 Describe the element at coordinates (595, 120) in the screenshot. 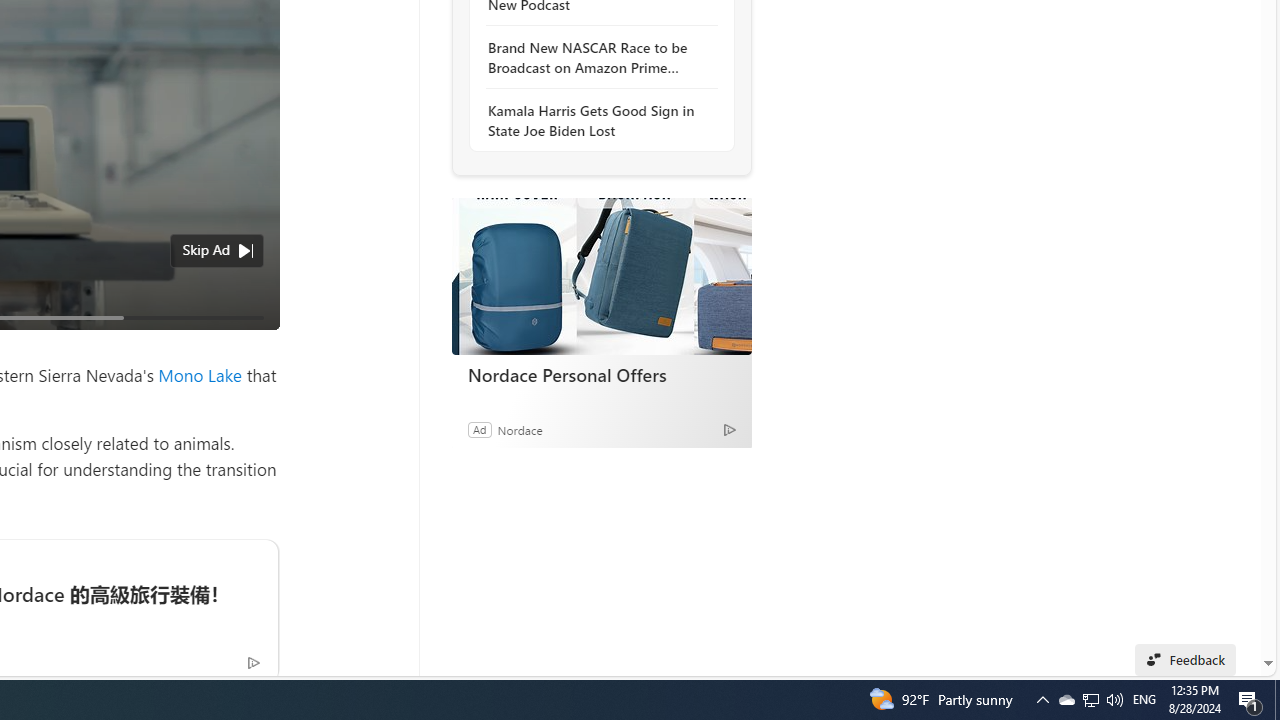

I see `'Kamala Harris Gets Good Sign in State Joe Biden Lost'` at that location.